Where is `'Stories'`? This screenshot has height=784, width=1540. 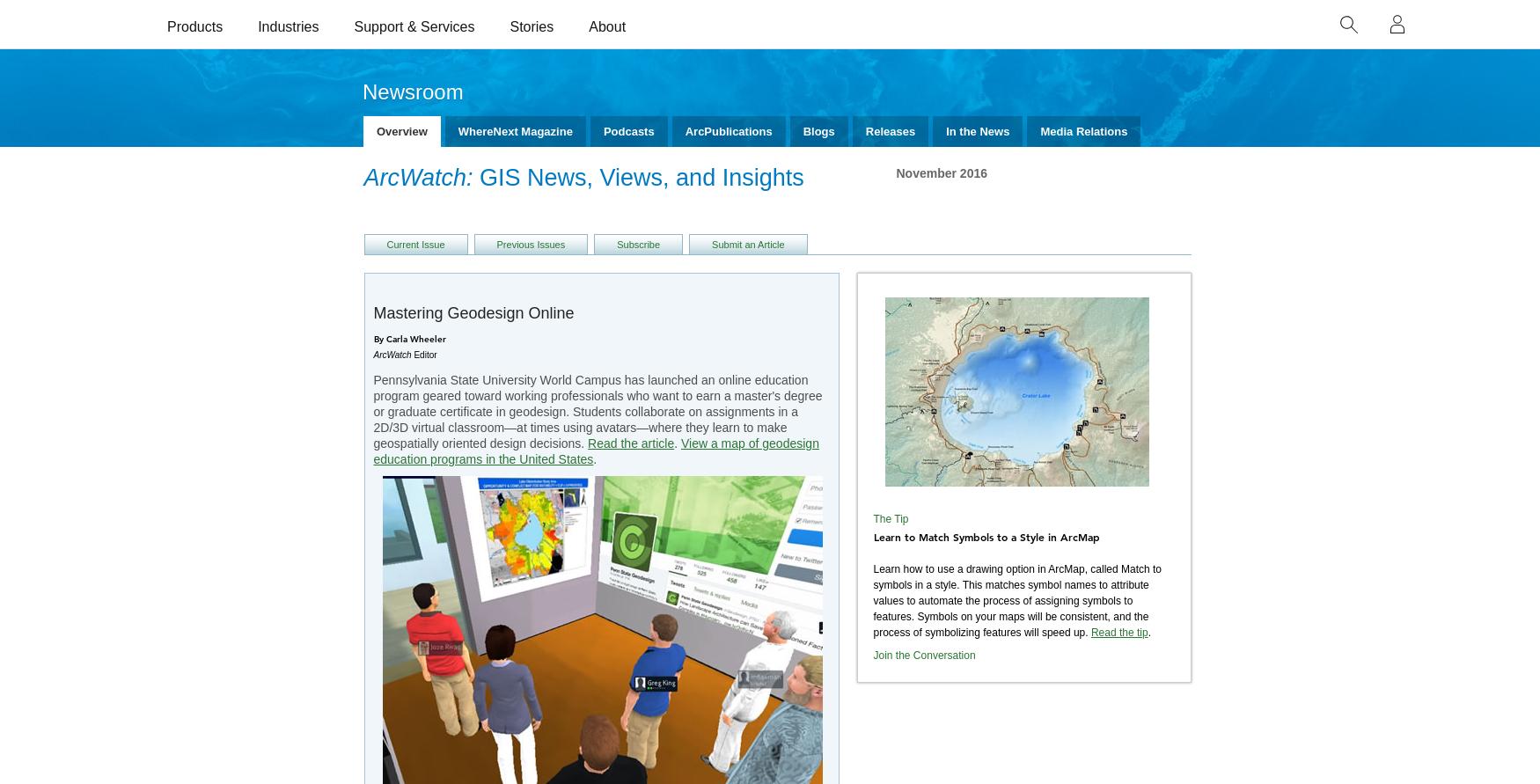 'Stories' is located at coordinates (531, 26).